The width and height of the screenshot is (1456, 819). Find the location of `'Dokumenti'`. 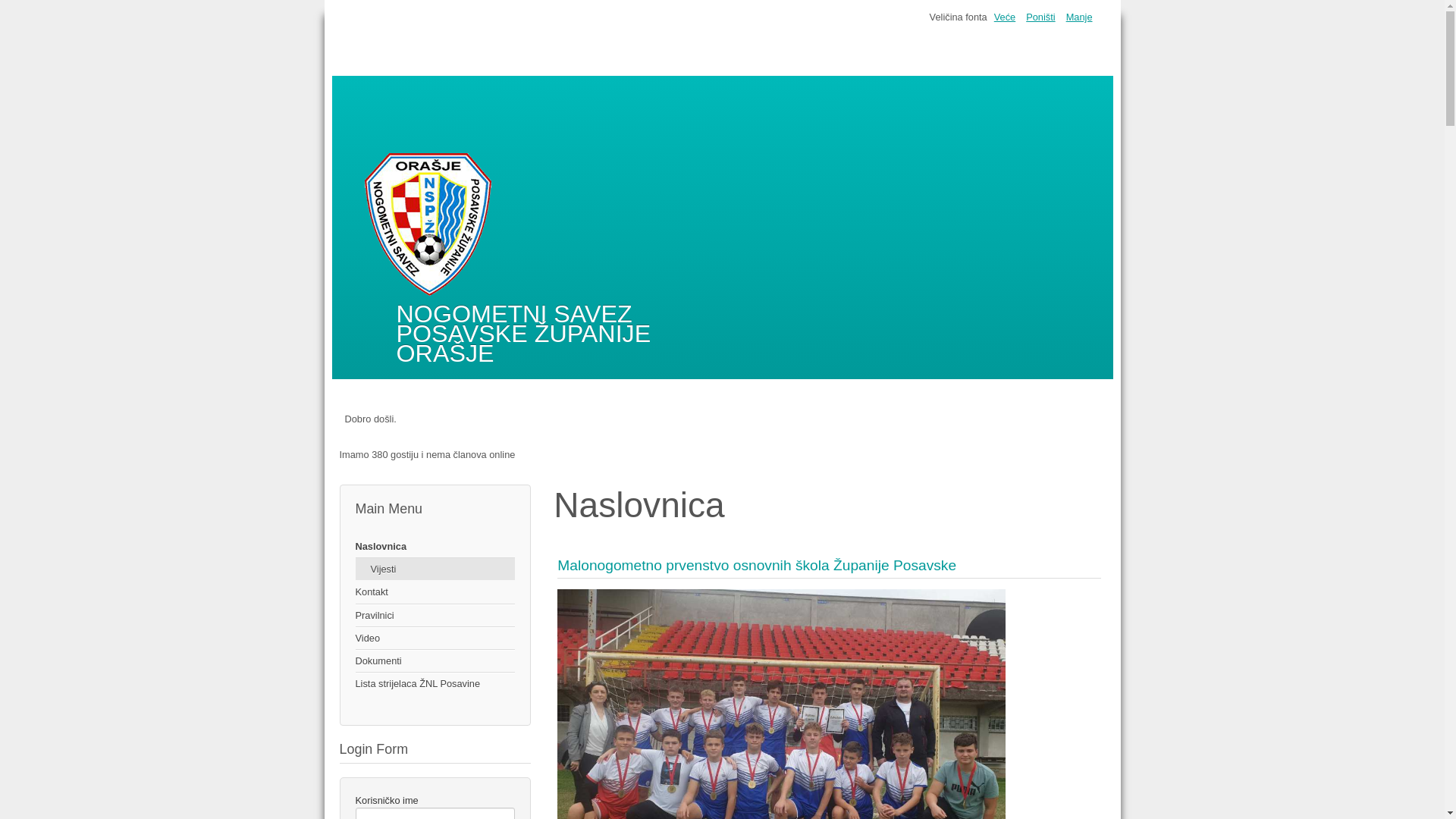

'Dokumenti' is located at coordinates (434, 660).